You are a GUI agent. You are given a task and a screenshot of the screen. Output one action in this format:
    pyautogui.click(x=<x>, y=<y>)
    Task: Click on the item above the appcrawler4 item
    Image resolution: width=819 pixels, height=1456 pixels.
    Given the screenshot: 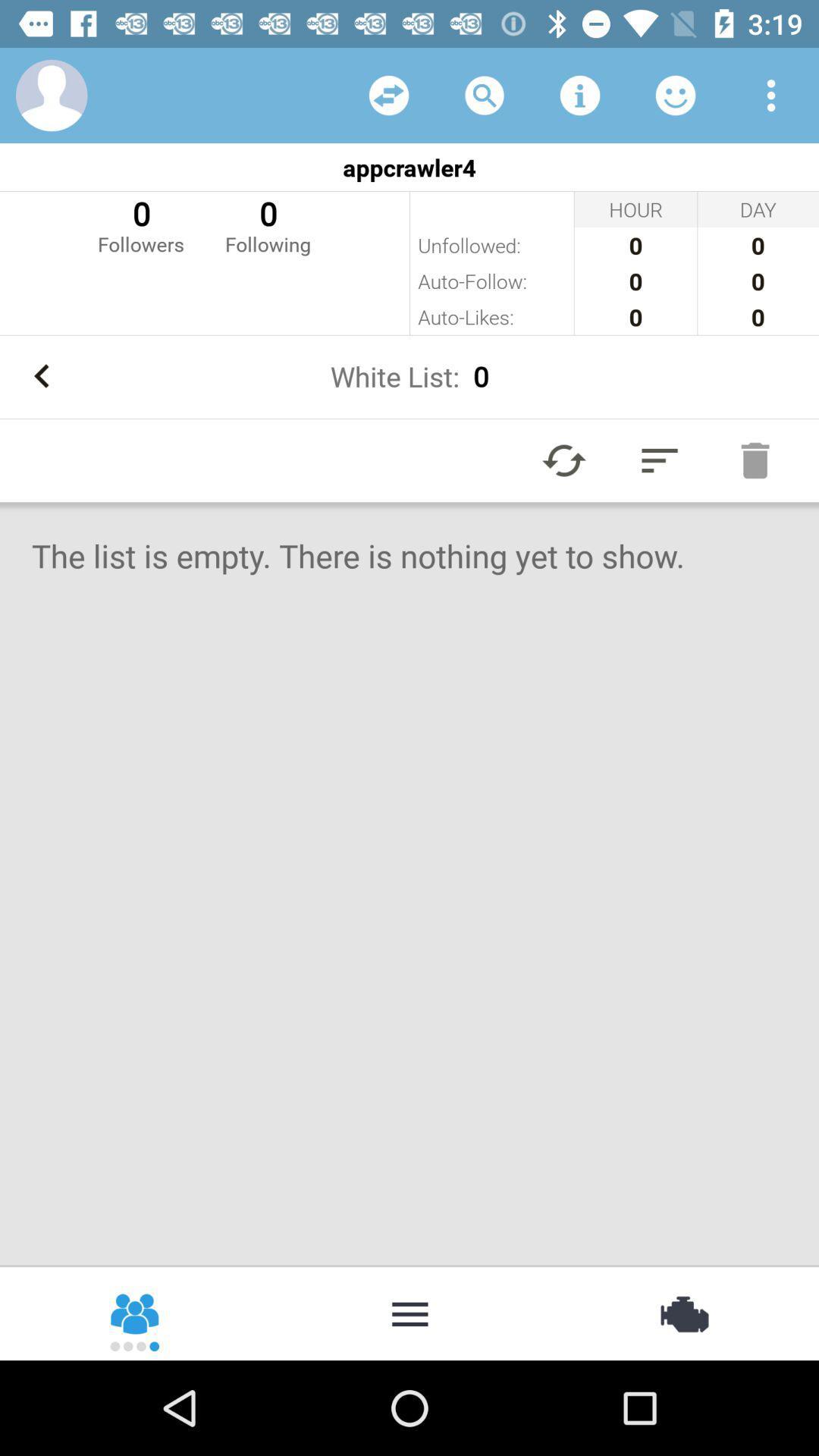 What is the action you would take?
    pyautogui.click(x=579, y=94)
    